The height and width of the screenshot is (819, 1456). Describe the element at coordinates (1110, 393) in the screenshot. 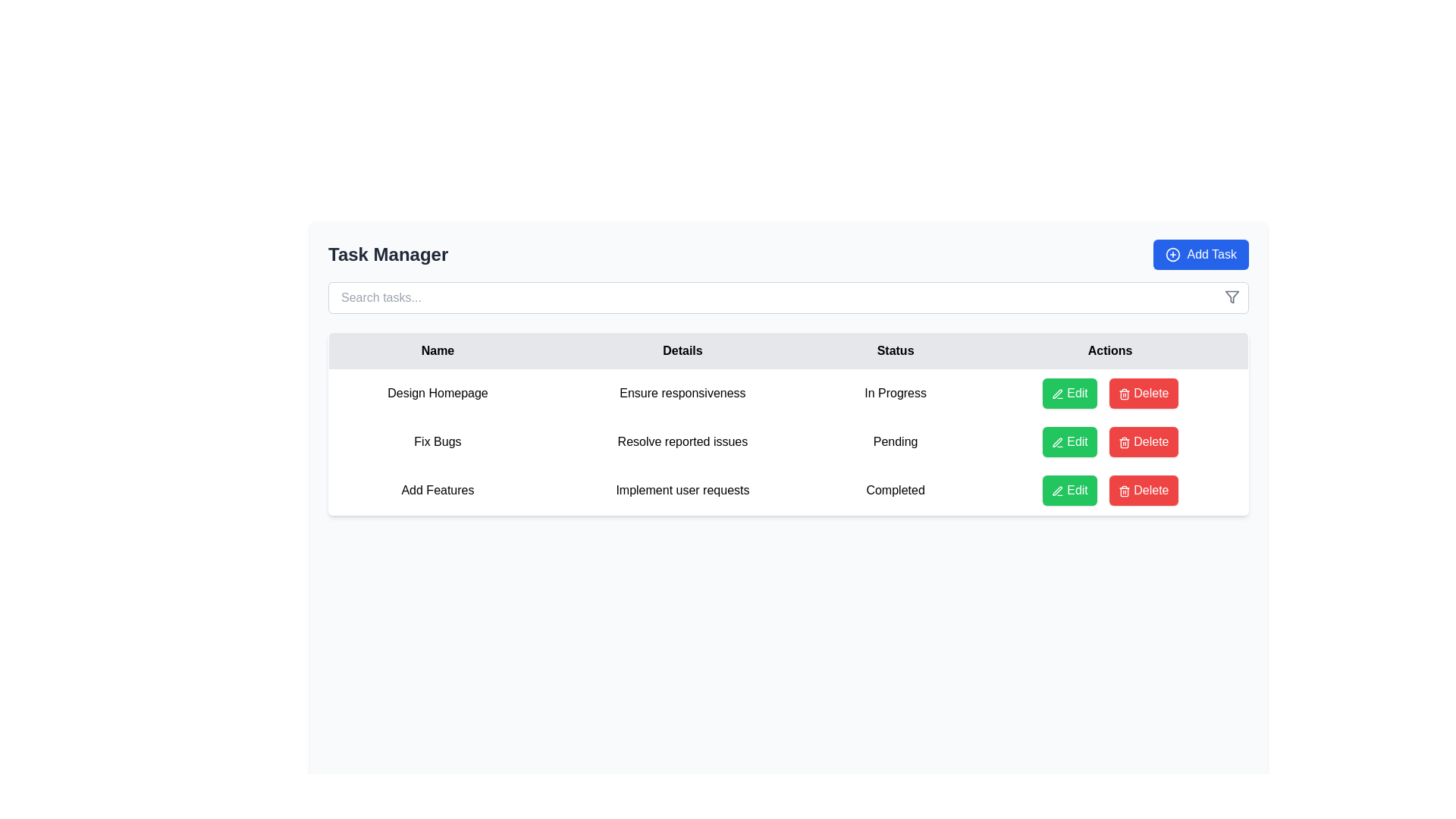

I see `the Button group containing the edit and delete action buttons in the 'Actions' column of the 'Task Manager' table for the task row 'Design Homepage'` at that location.